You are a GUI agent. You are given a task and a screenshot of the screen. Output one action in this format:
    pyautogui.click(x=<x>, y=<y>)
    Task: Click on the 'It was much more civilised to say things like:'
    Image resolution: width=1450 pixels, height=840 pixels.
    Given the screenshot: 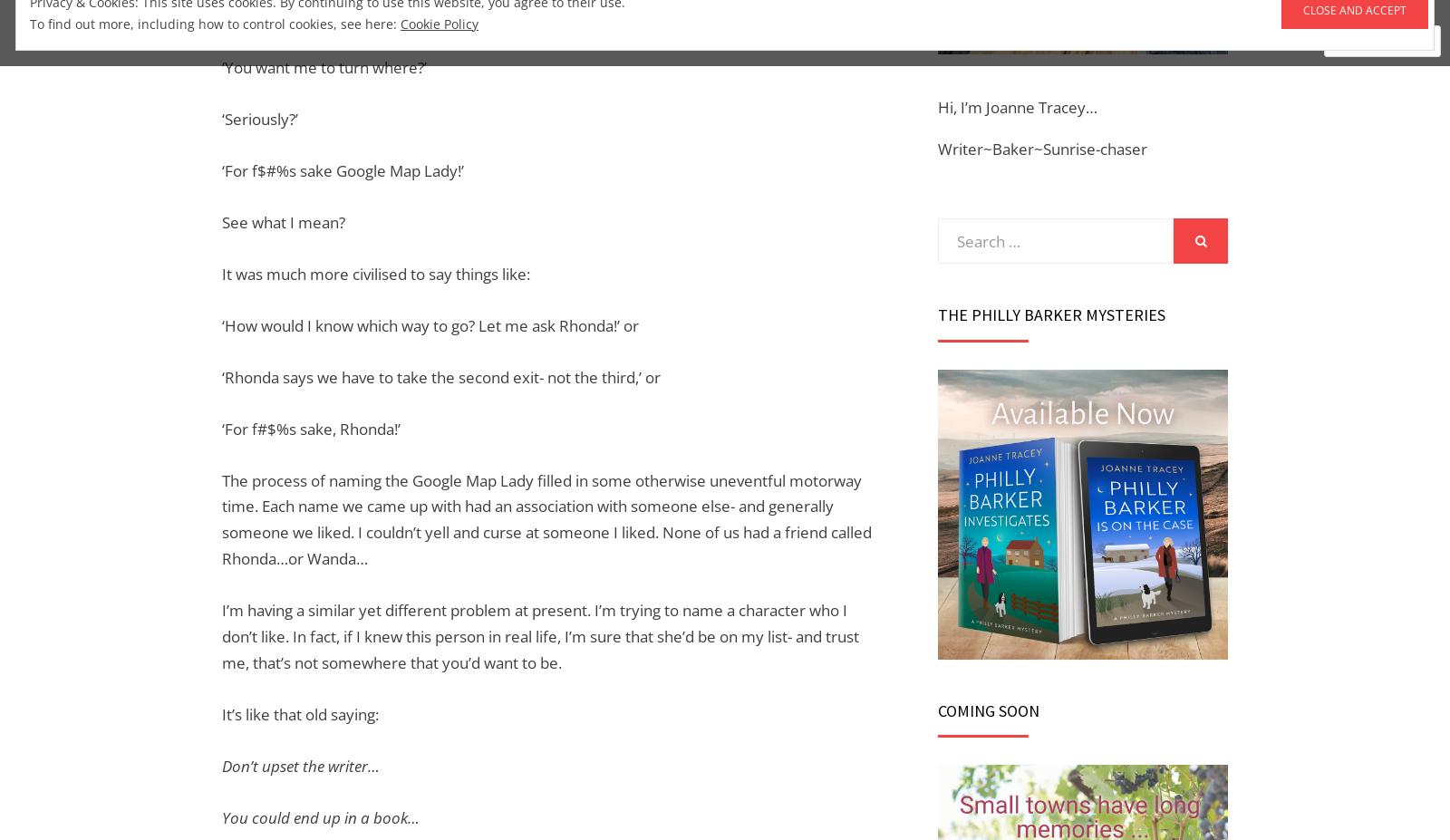 What is the action you would take?
    pyautogui.click(x=375, y=274)
    